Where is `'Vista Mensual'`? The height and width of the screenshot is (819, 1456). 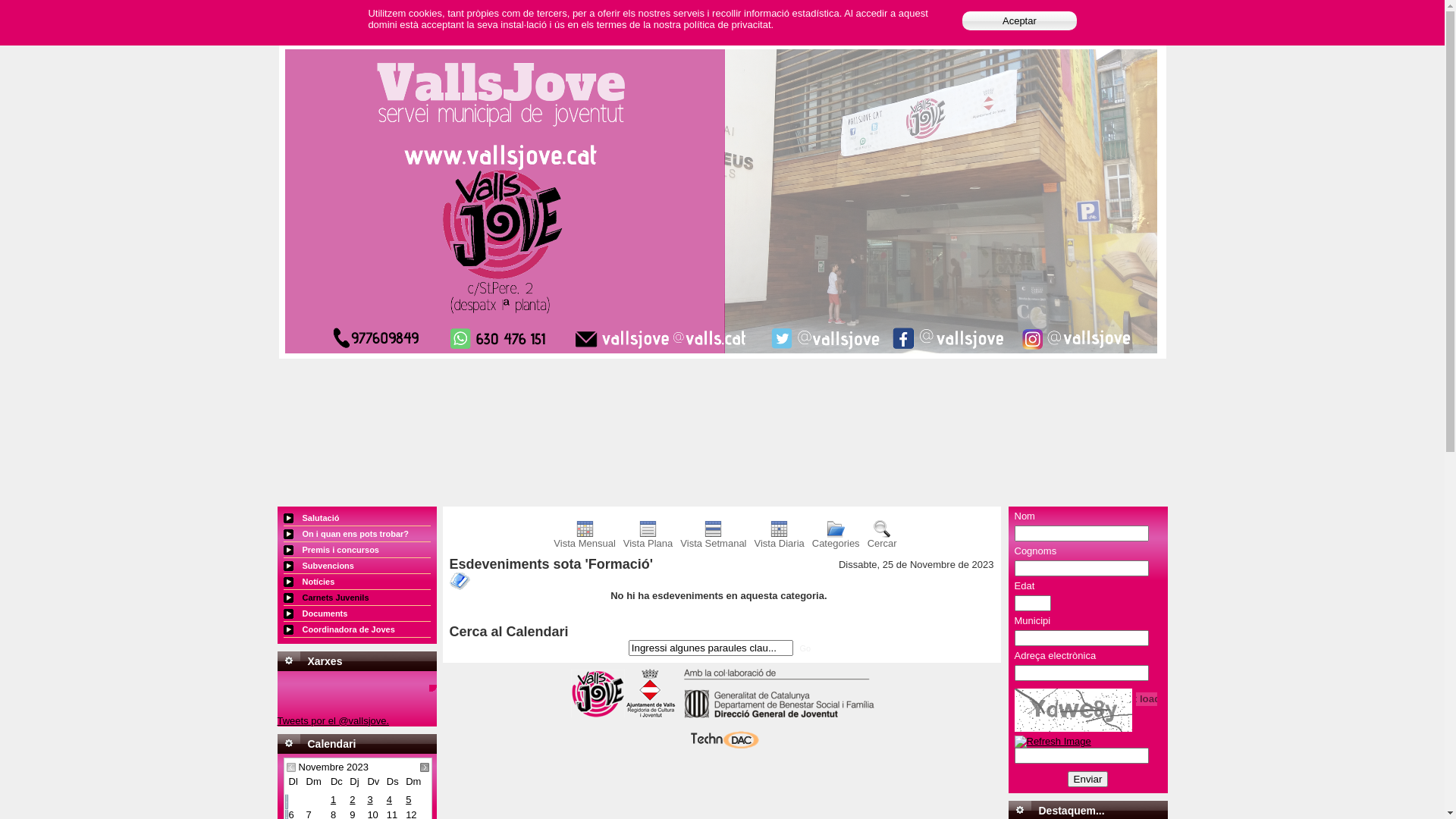 'Vista Mensual' is located at coordinates (583, 538).